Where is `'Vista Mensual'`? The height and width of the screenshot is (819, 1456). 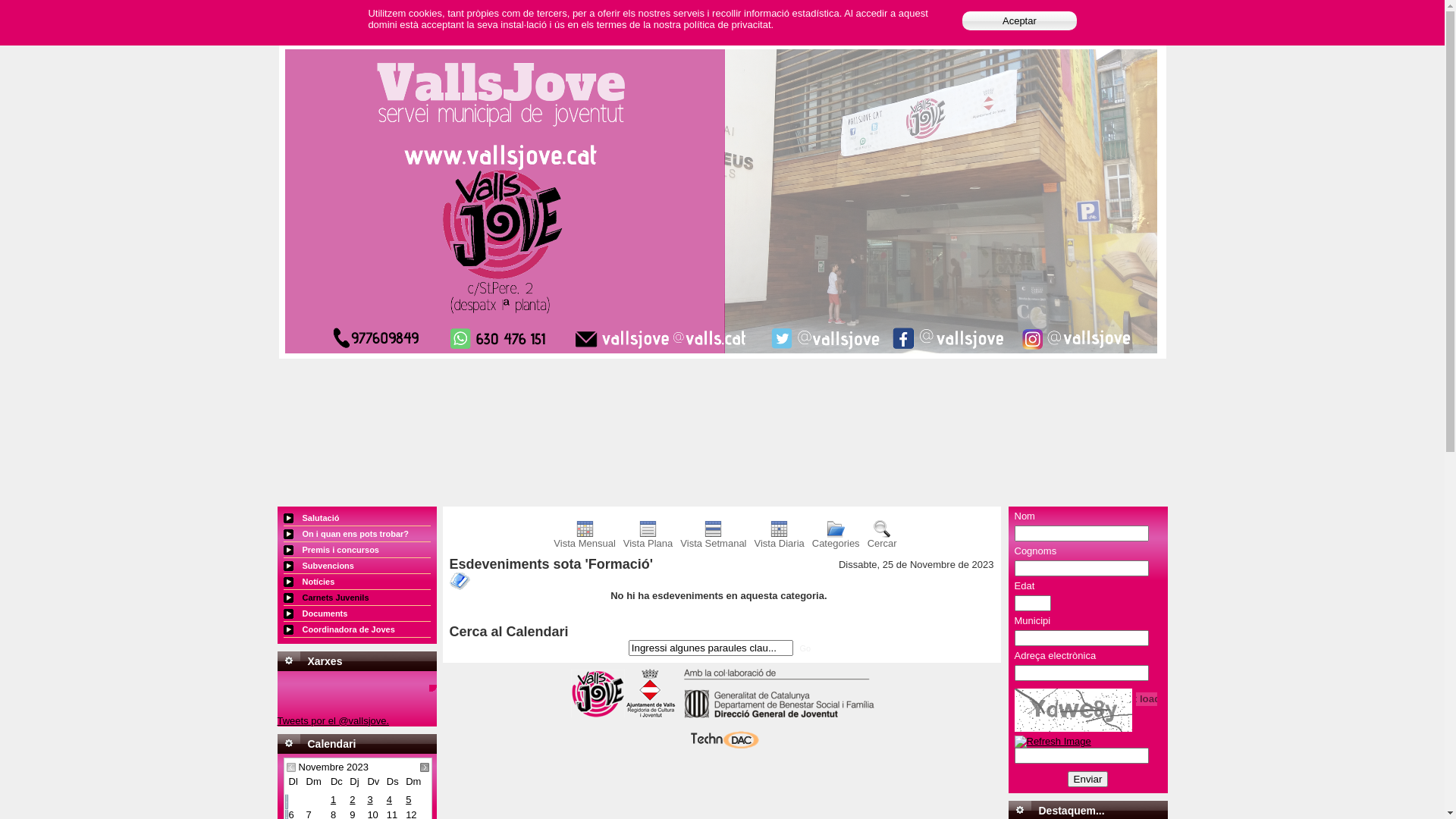 'Vista Mensual' is located at coordinates (583, 538).